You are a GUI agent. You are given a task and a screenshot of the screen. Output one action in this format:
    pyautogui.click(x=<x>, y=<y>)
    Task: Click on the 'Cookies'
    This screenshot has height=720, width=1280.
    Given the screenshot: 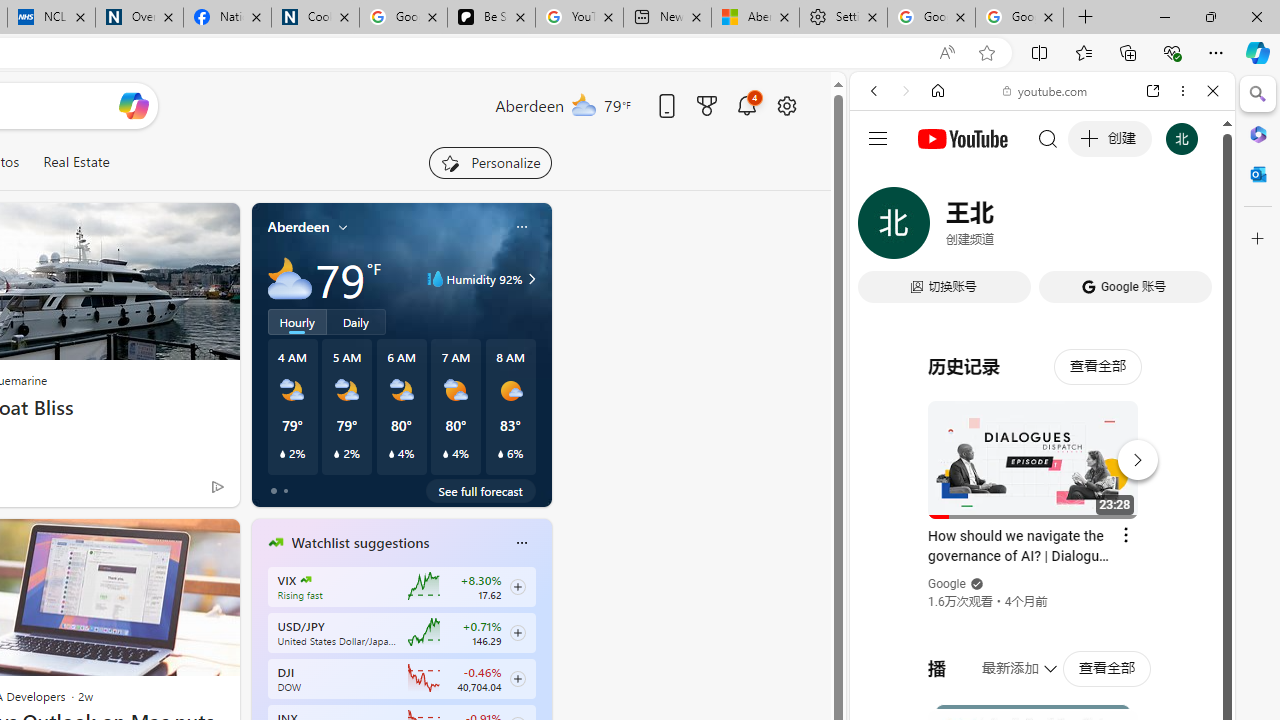 What is the action you would take?
    pyautogui.click(x=314, y=17)
    